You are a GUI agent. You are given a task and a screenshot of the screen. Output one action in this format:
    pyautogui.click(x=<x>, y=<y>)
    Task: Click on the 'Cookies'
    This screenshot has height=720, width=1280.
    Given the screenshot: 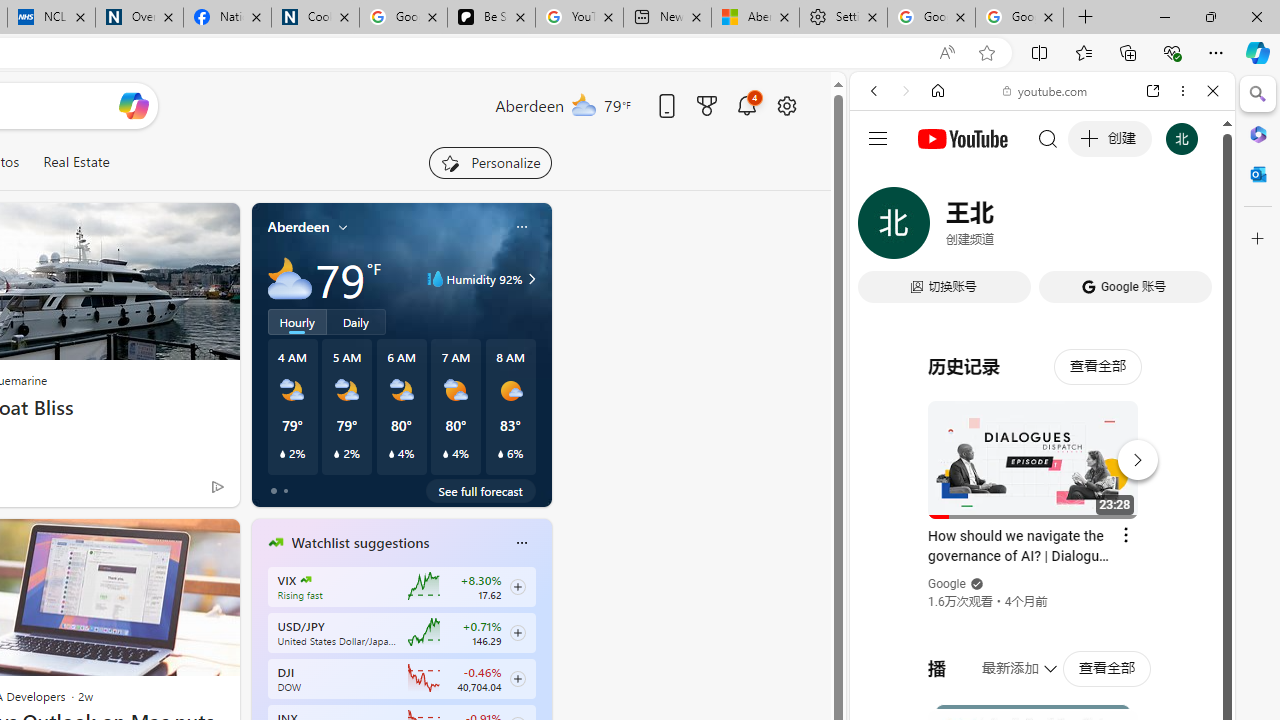 What is the action you would take?
    pyautogui.click(x=314, y=17)
    